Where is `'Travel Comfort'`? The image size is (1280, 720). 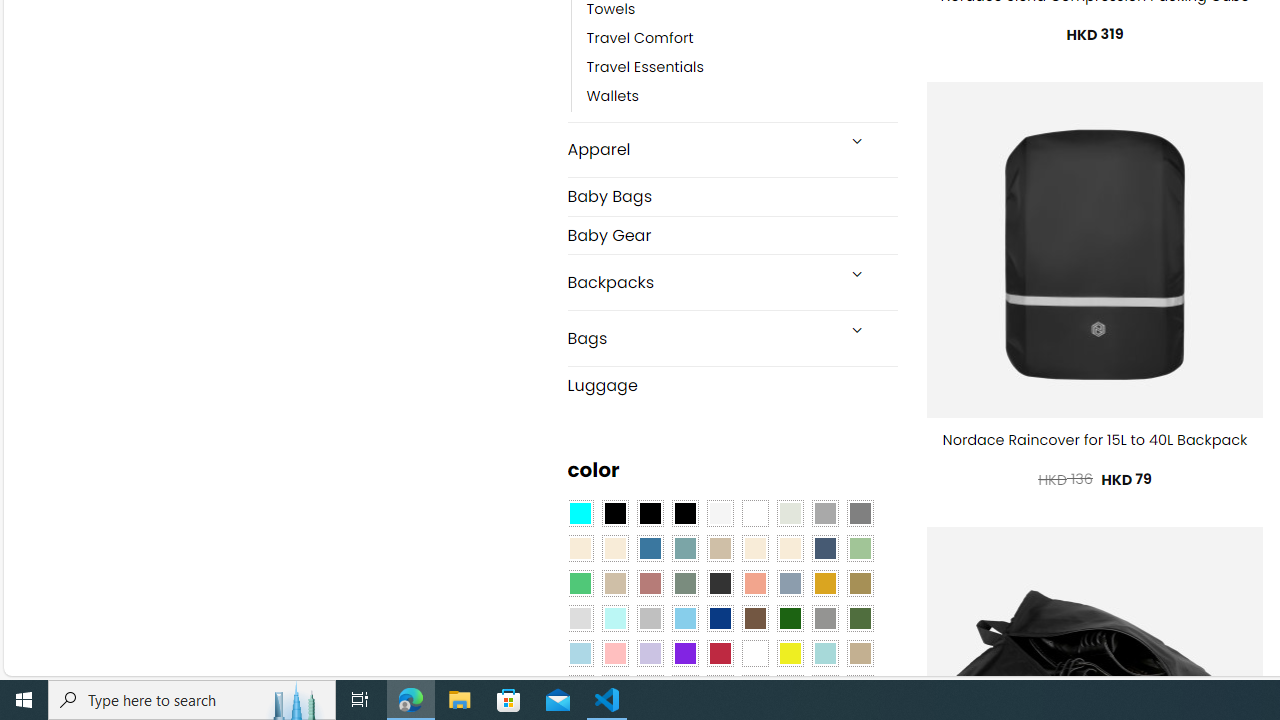
'Travel Comfort' is located at coordinates (640, 38).